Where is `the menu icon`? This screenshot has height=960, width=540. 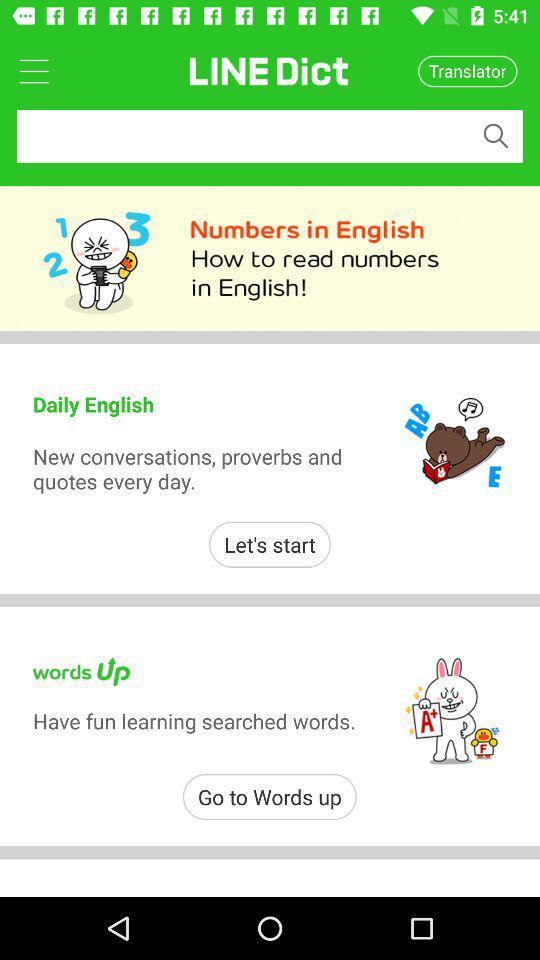
the menu icon is located at coordinates (33, 70).